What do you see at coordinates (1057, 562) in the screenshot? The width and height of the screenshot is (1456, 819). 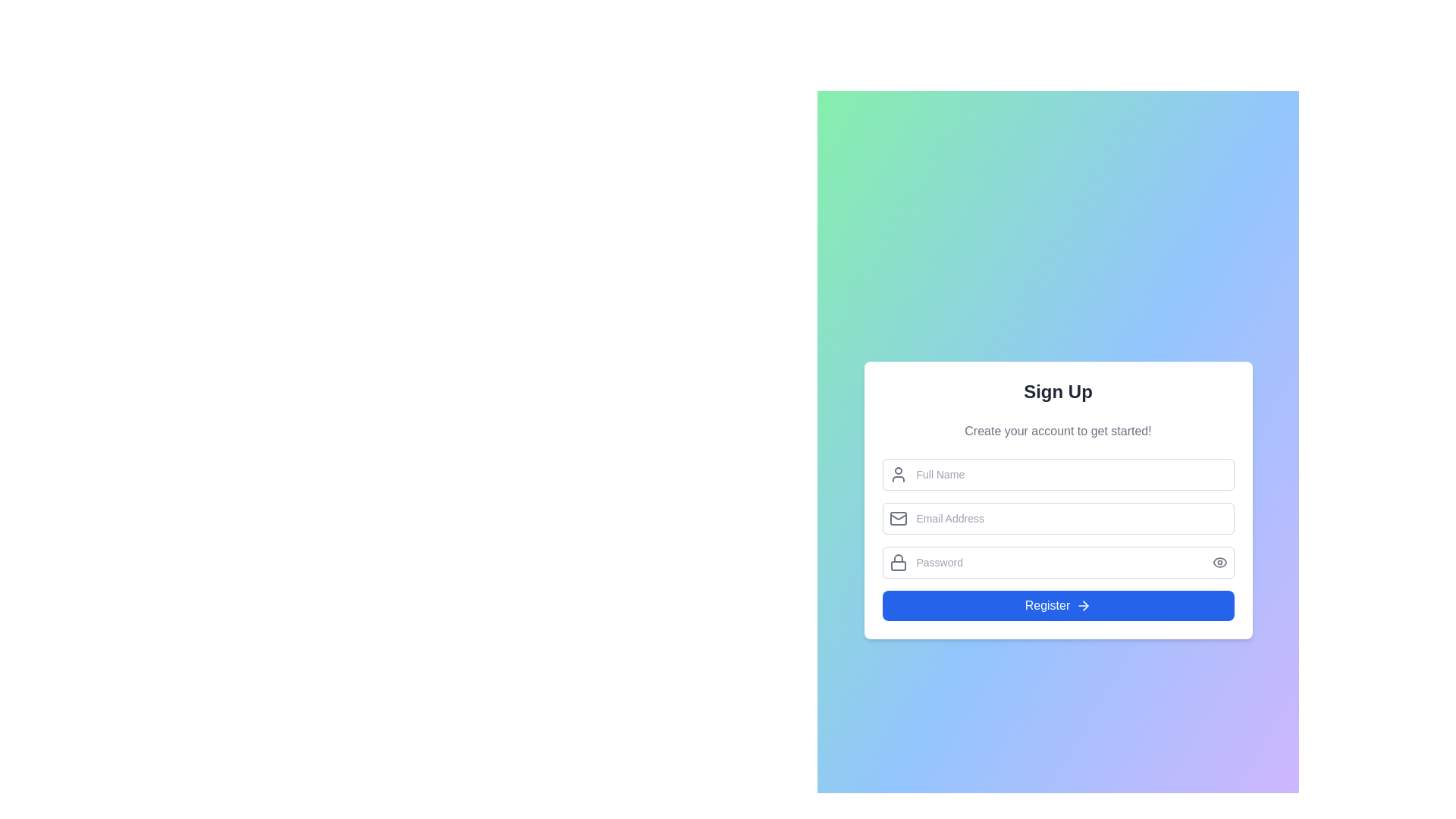 I see `the Password input field with visibility toggle button` at bounding box center [1057, 562].